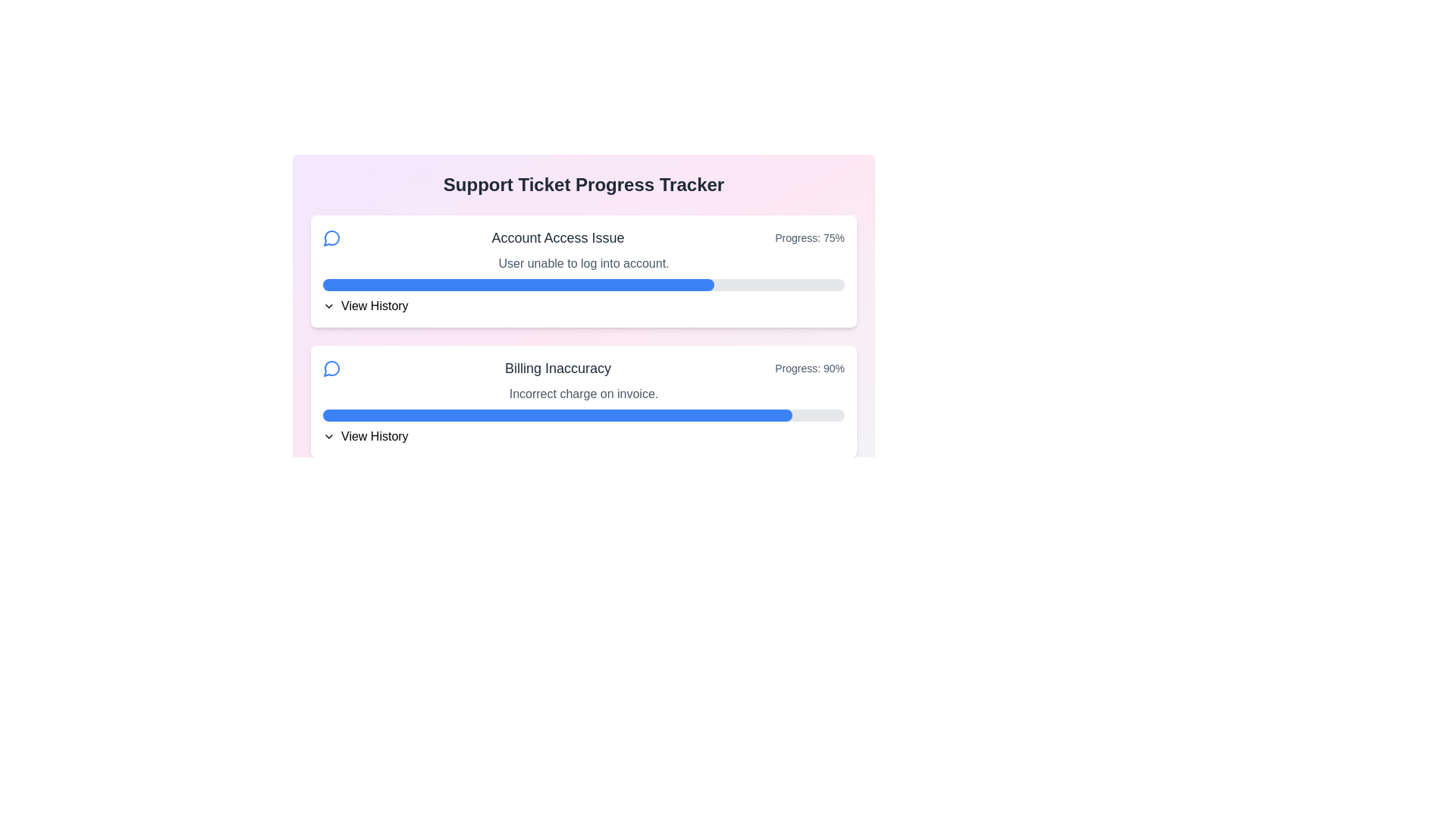  Describe the element at coordinates (557, 369) in the screenshot. I see `the static text label identified as 'Billing Inaccuracy' which is located next to the chat bubble icon and above 'Progress: 90%' in the support ticket list` at that location.